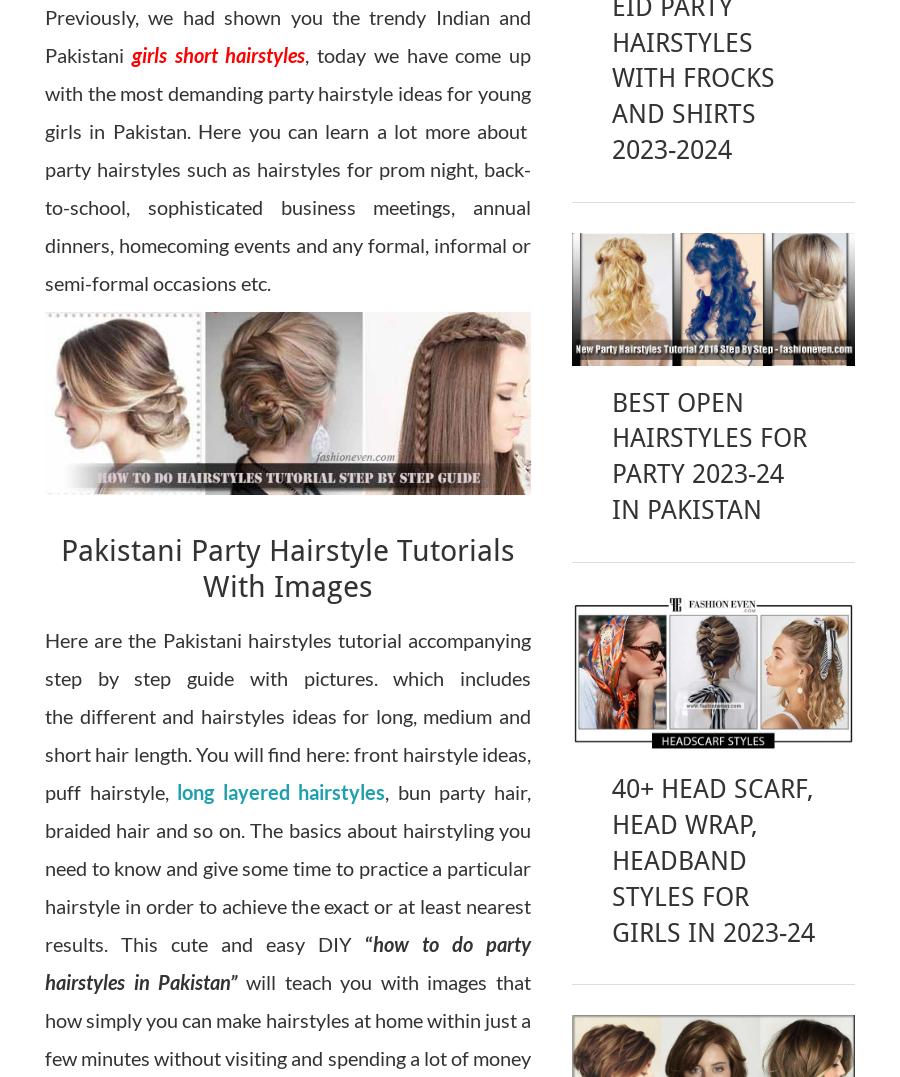 Image resolution: width=900 pixels, height=1077 pixels. What do you see at coordinates (217, 55) in the screenshot?
I see `'girls short hairstyles'` at bounding box center [217, 55].